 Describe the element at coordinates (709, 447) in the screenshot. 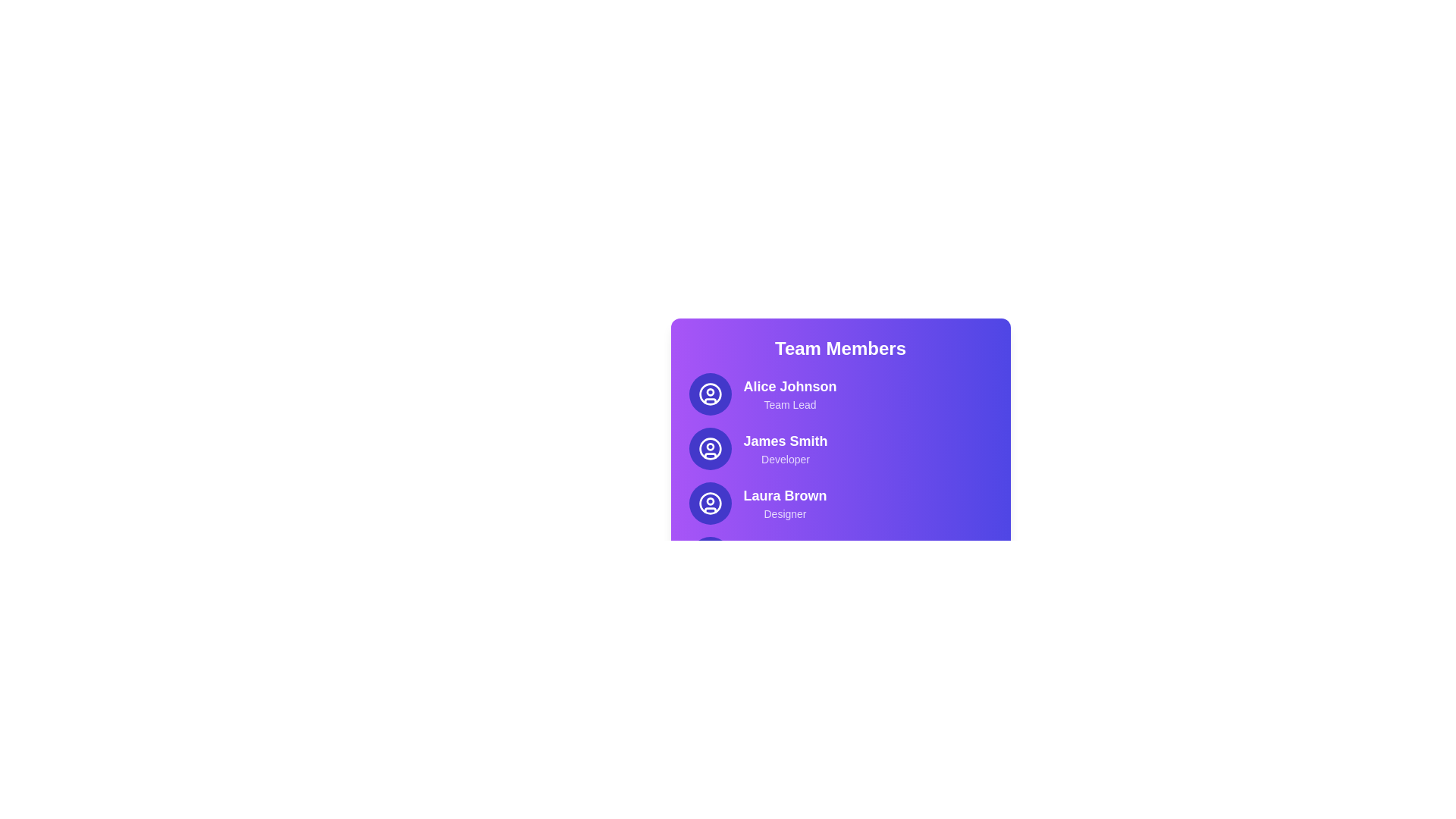

I see `the user icon element representing a team member` at that location.